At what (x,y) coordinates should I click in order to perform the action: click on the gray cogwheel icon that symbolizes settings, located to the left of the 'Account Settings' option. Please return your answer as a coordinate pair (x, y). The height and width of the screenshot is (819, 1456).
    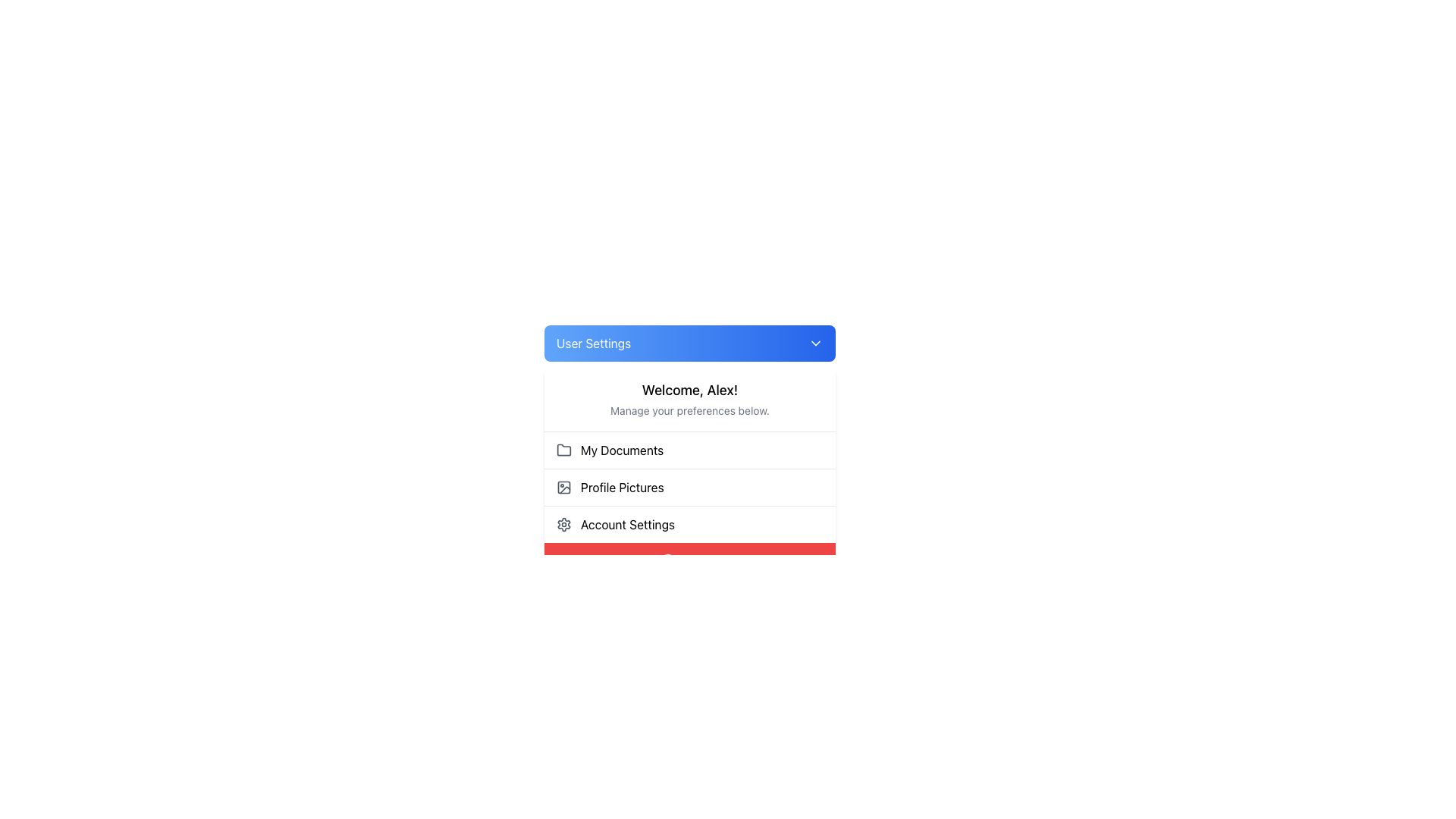
    Looking at the image, I should click on (563, 523).